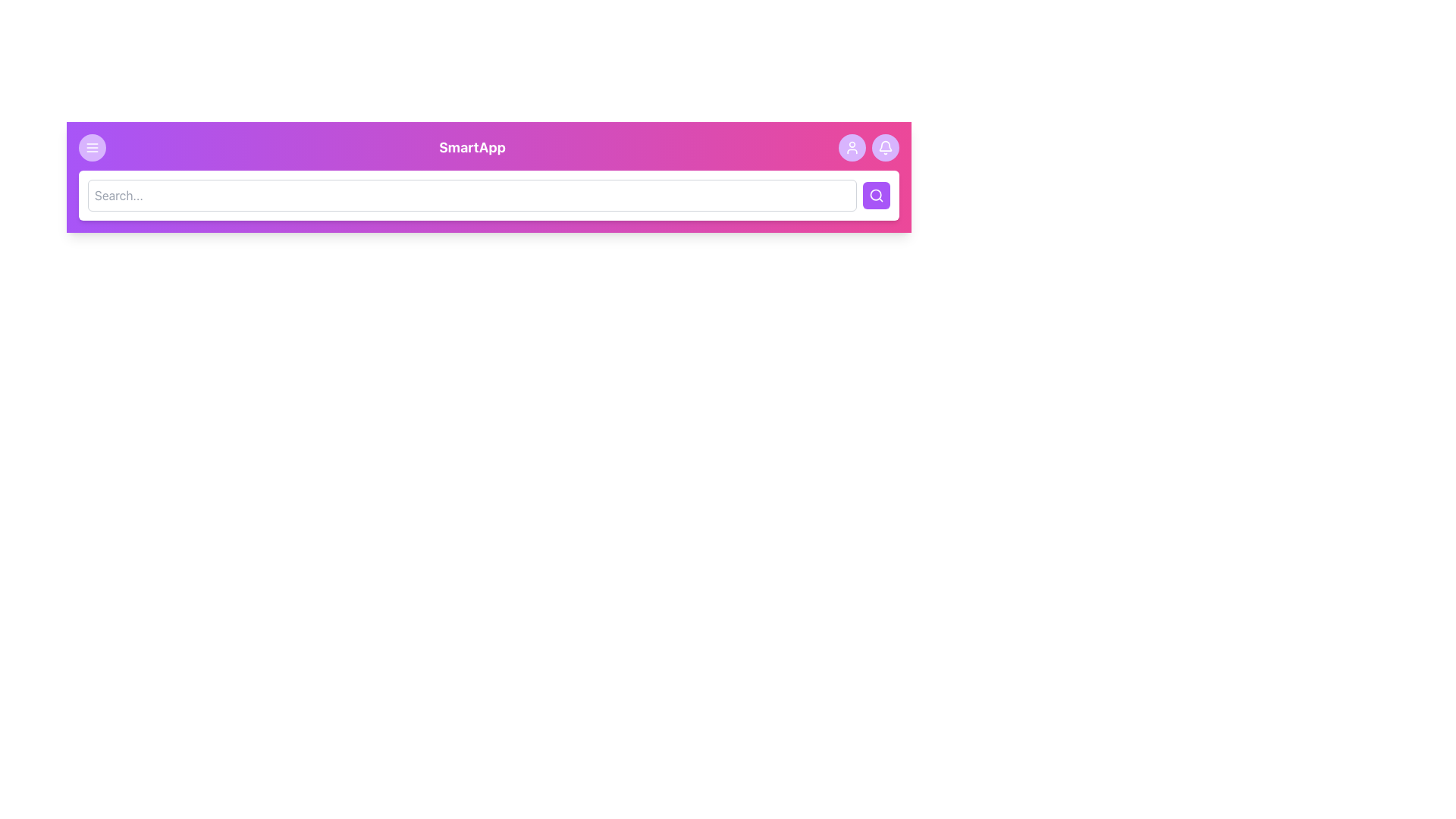 This screenshot has height=819, width=1456. What do you see at coordinates (472, 148) in the screenshot?
I see `the bold, white text 'SmartApp' displayed prominently in the header bar against a vibrant gradient background` at bounding box center [472, 148].